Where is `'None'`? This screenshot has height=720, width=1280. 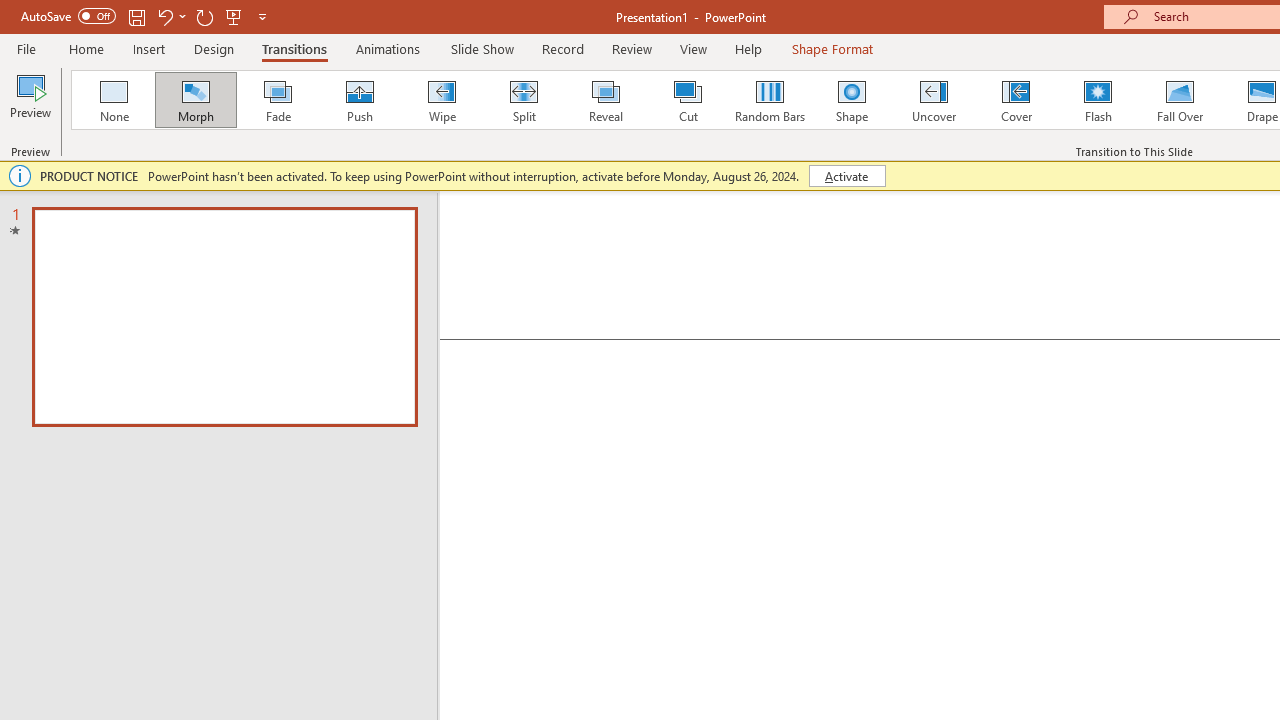
'None' is located at coordinates (112, 100).